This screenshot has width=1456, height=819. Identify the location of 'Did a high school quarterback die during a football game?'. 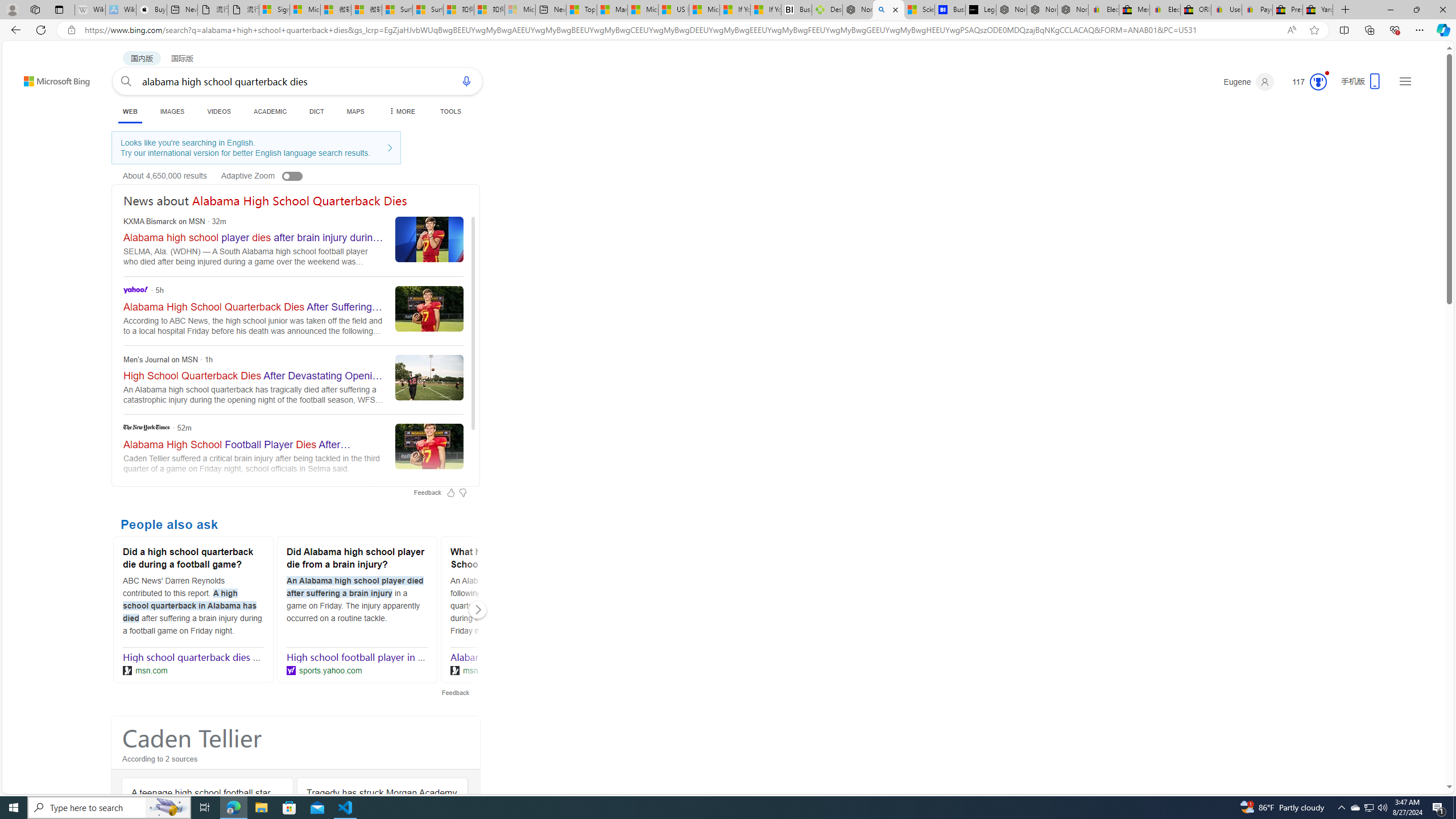
(192, 560).